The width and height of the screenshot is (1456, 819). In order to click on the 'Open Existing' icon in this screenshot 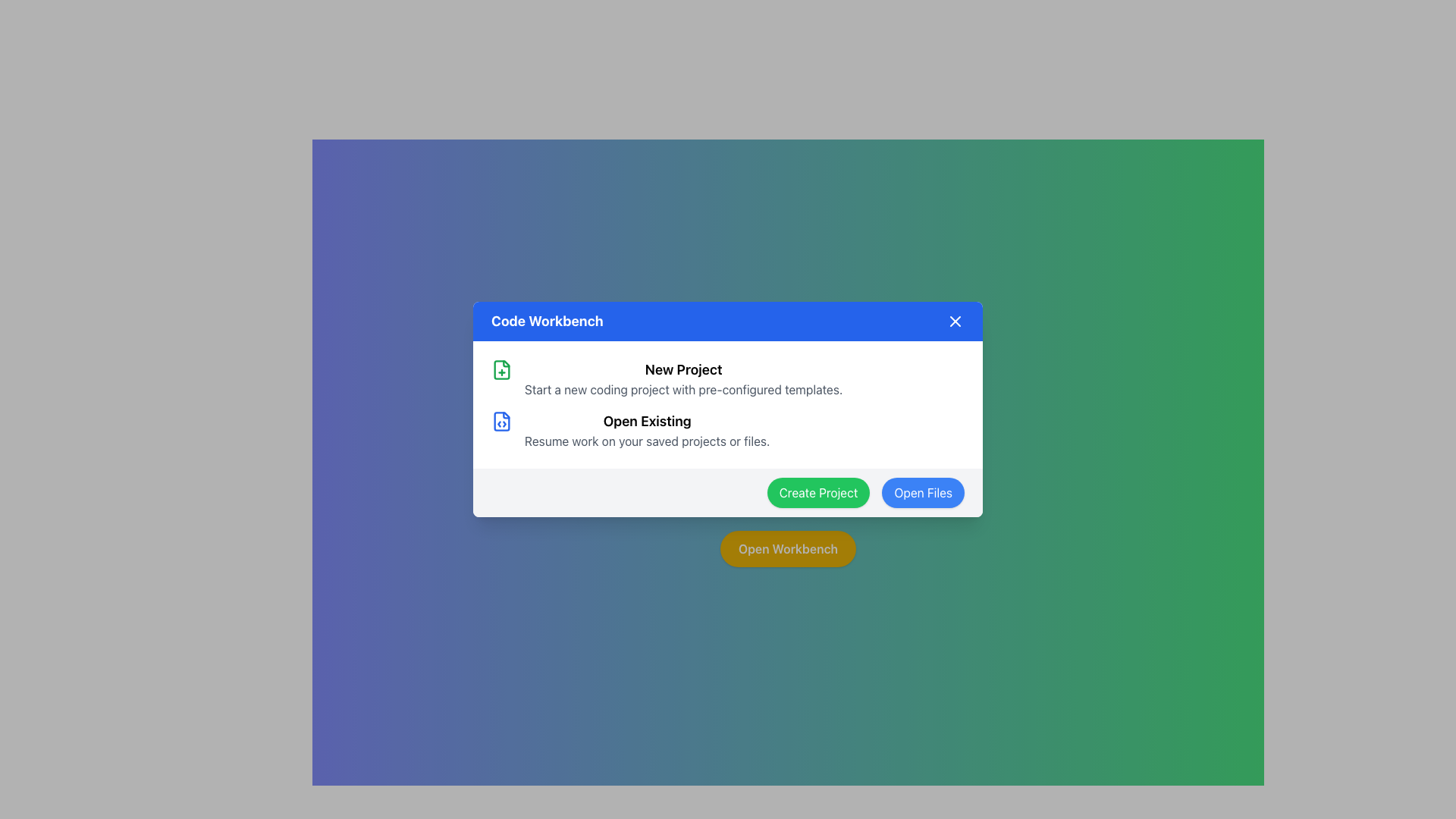, I will do `click(502, 421)`.